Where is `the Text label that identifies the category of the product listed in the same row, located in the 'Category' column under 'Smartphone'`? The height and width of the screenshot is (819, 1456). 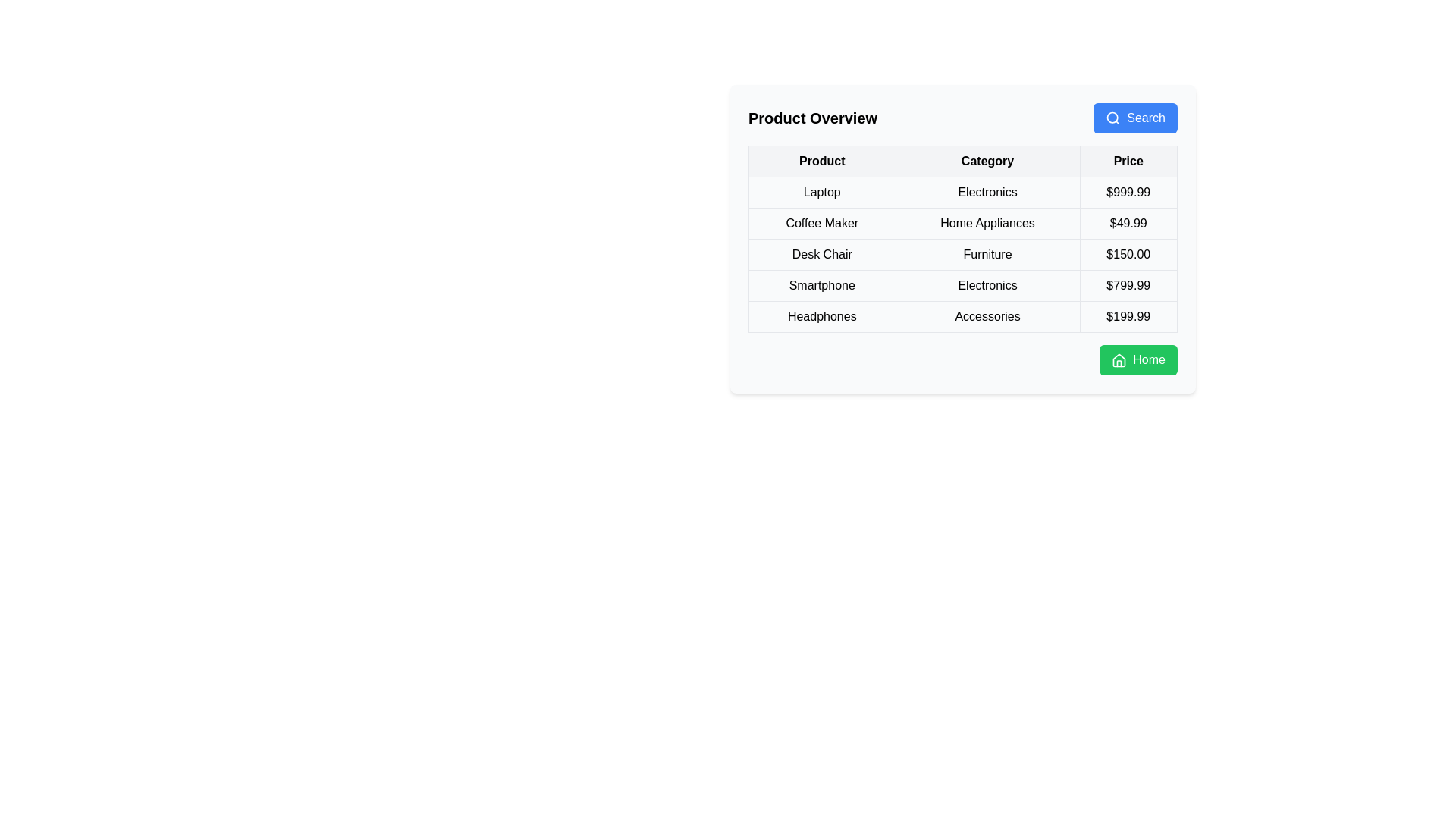
the Text label that identifies the category of the product listed in the same row, located in the 'Category' column under 'Smartphone' is located at coordinates (987, 286).